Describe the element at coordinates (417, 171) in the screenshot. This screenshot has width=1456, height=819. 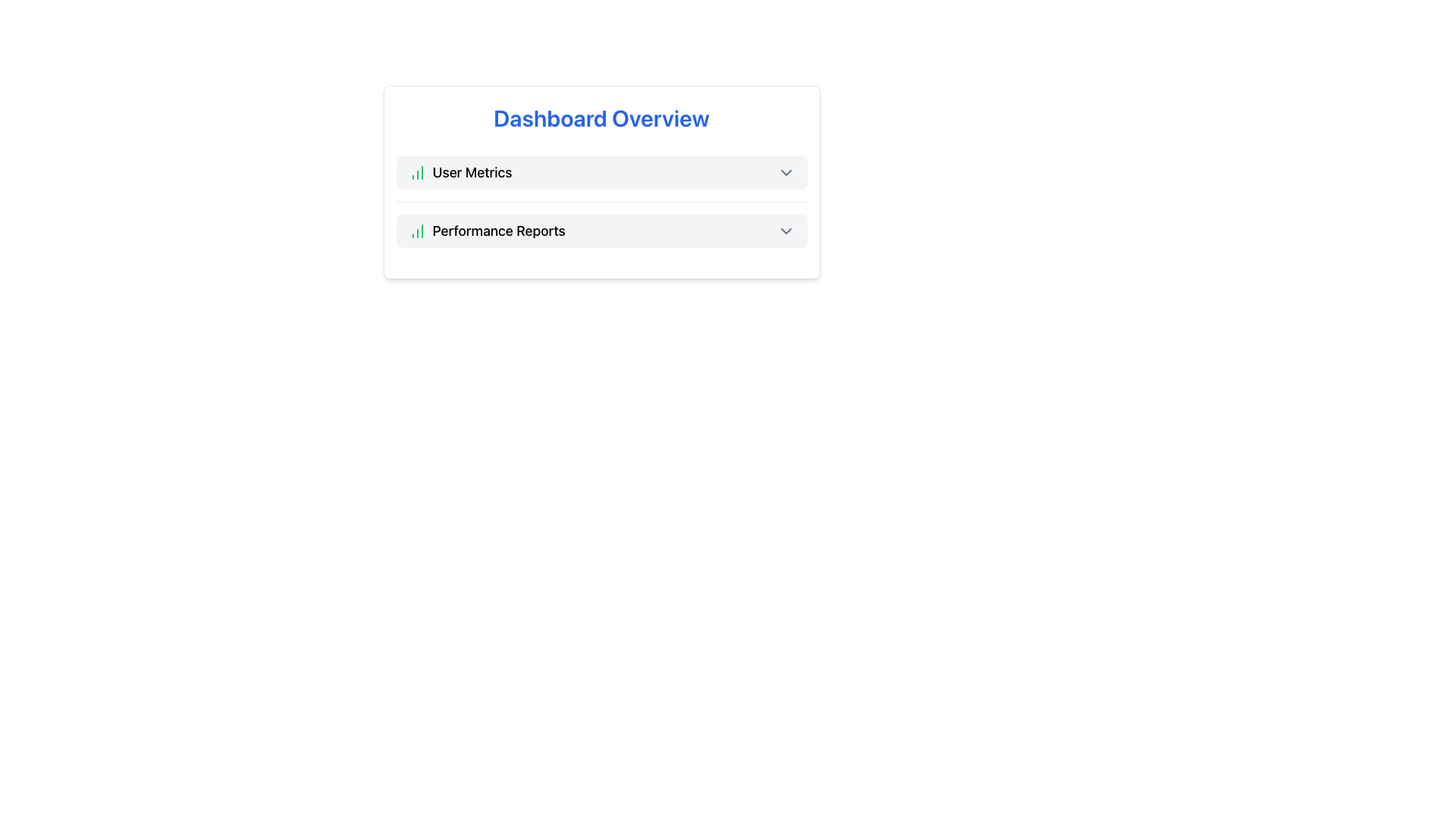
I see `the bar chart icon representing growth in the 'User Metrics' section, located to the left of the 'User Metrics' label` at that location.